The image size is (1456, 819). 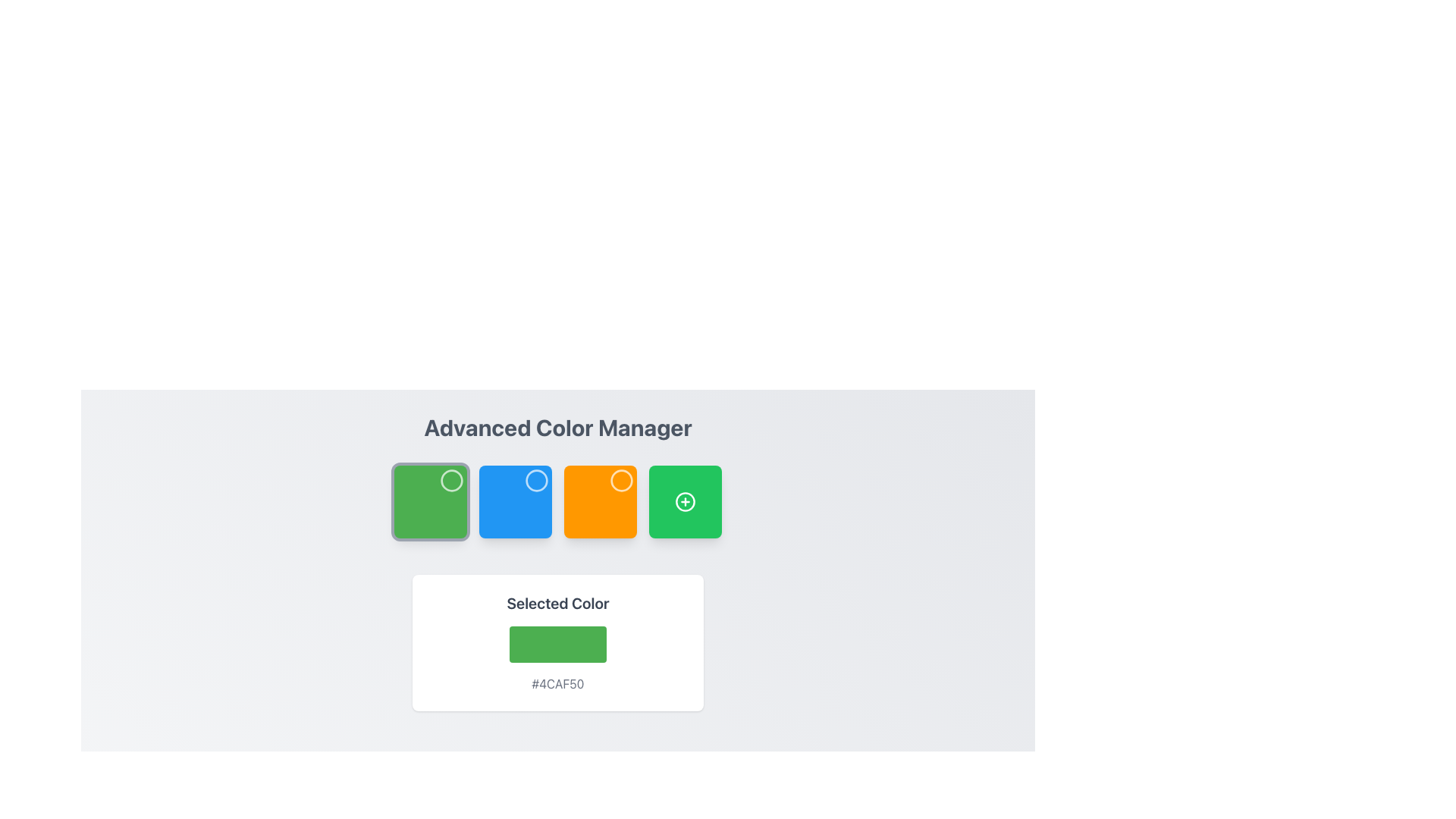 I want to click on the small circular icon with a thin outline located at the top-right corner of the blue square in the second square from the left in the row below 'Advanced Color Manager', so click(x=537, y=480).